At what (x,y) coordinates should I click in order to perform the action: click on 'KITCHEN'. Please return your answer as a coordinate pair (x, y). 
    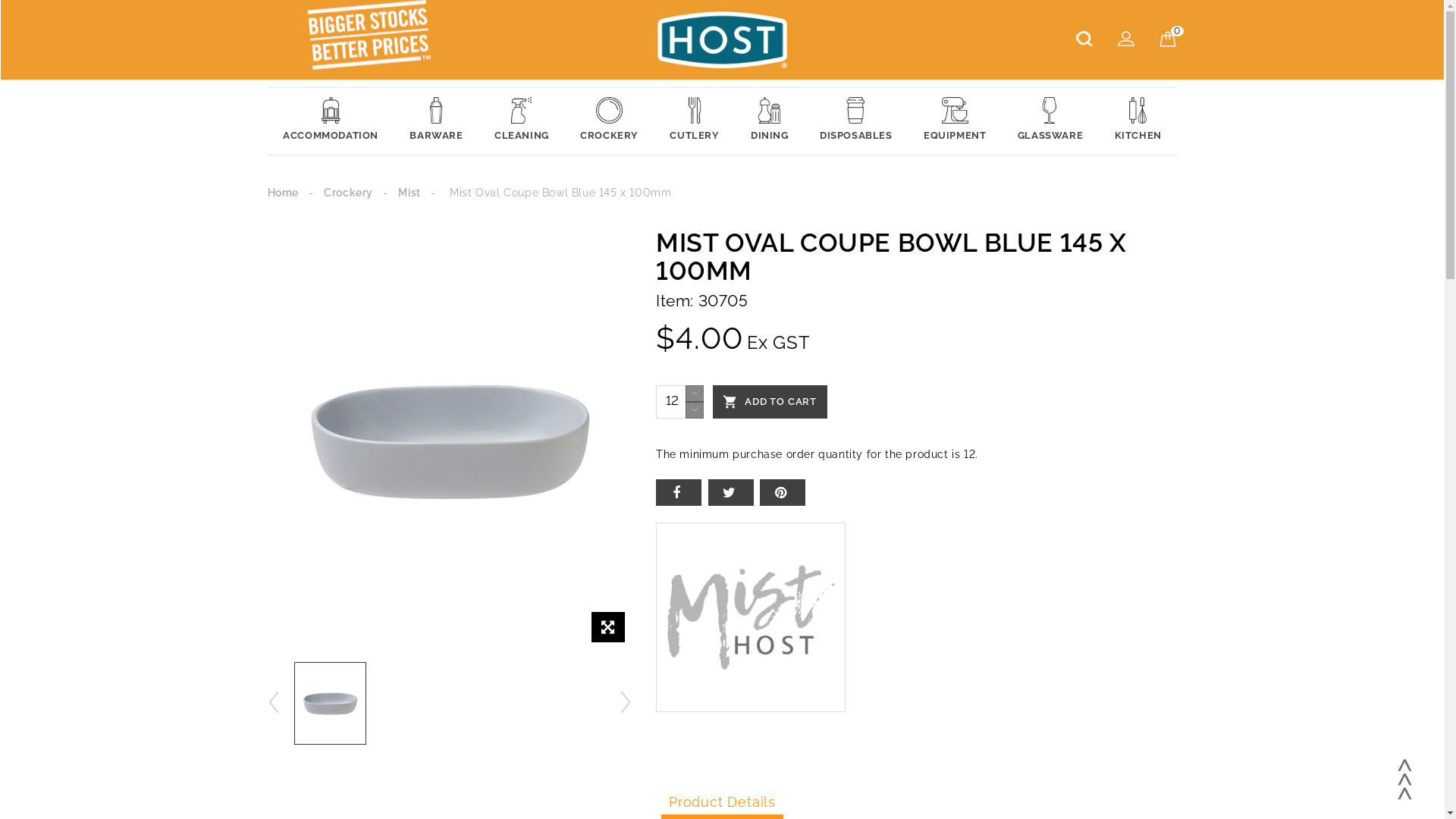
    Looking at the image, I should click on (1138, 120).